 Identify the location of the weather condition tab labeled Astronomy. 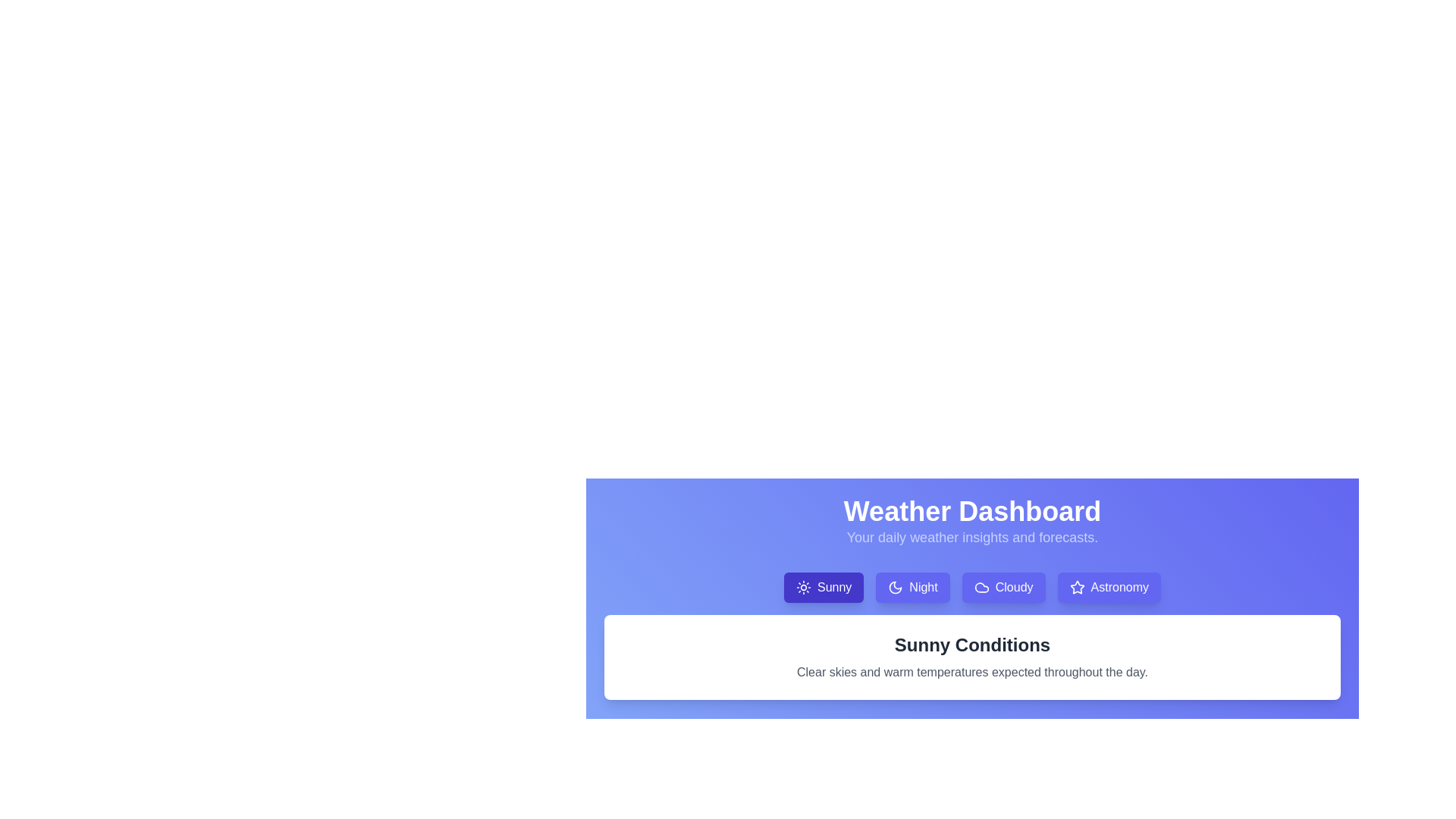
(1109, 587).